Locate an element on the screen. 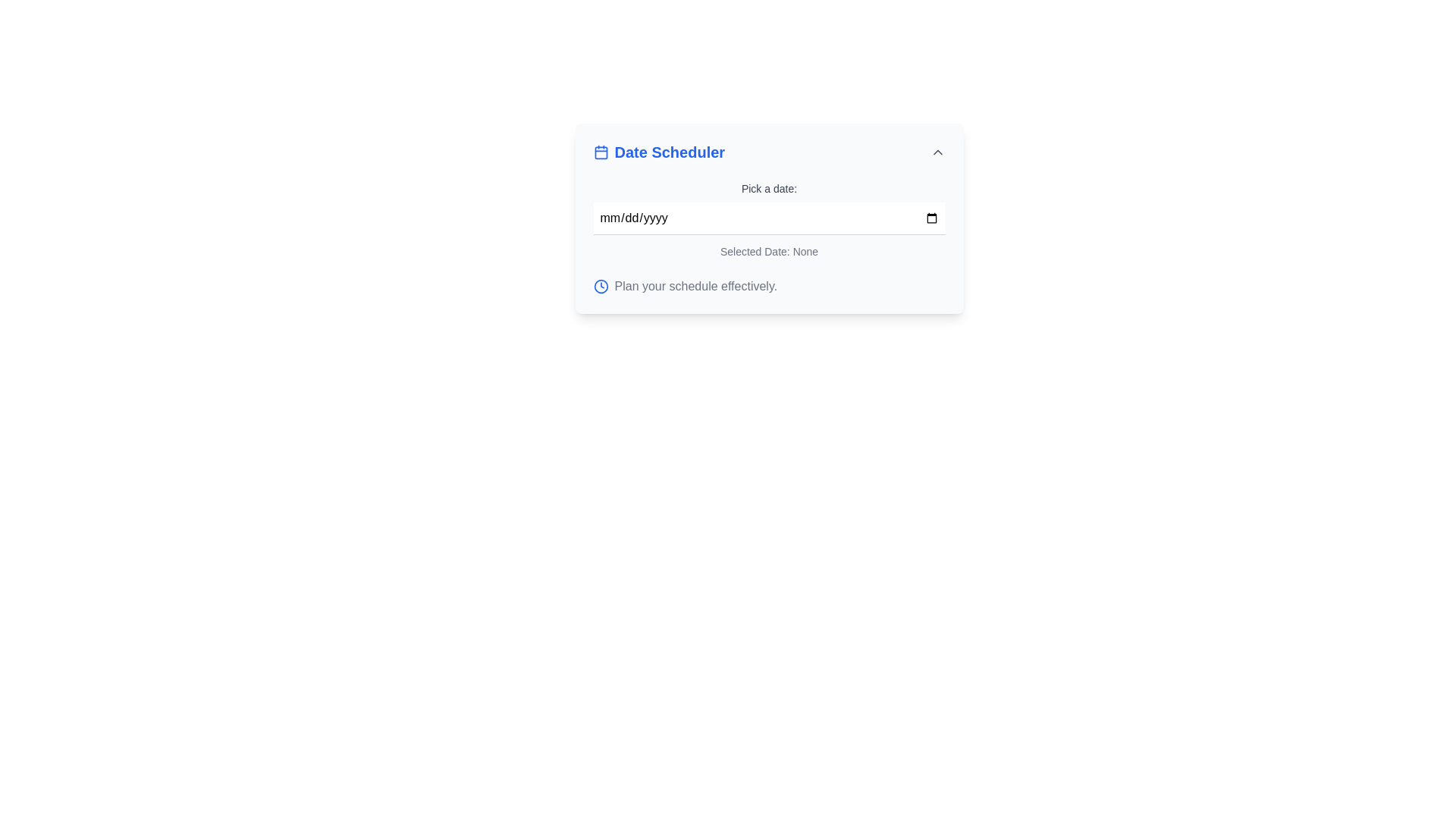 The height and width of the screenshot is (819, 1456). the circular clock icon with a blue border located to the left of the text 'Plan your schedule effectively.' and below the 'Selected Date: None' label is located at coordinates (600, 287).